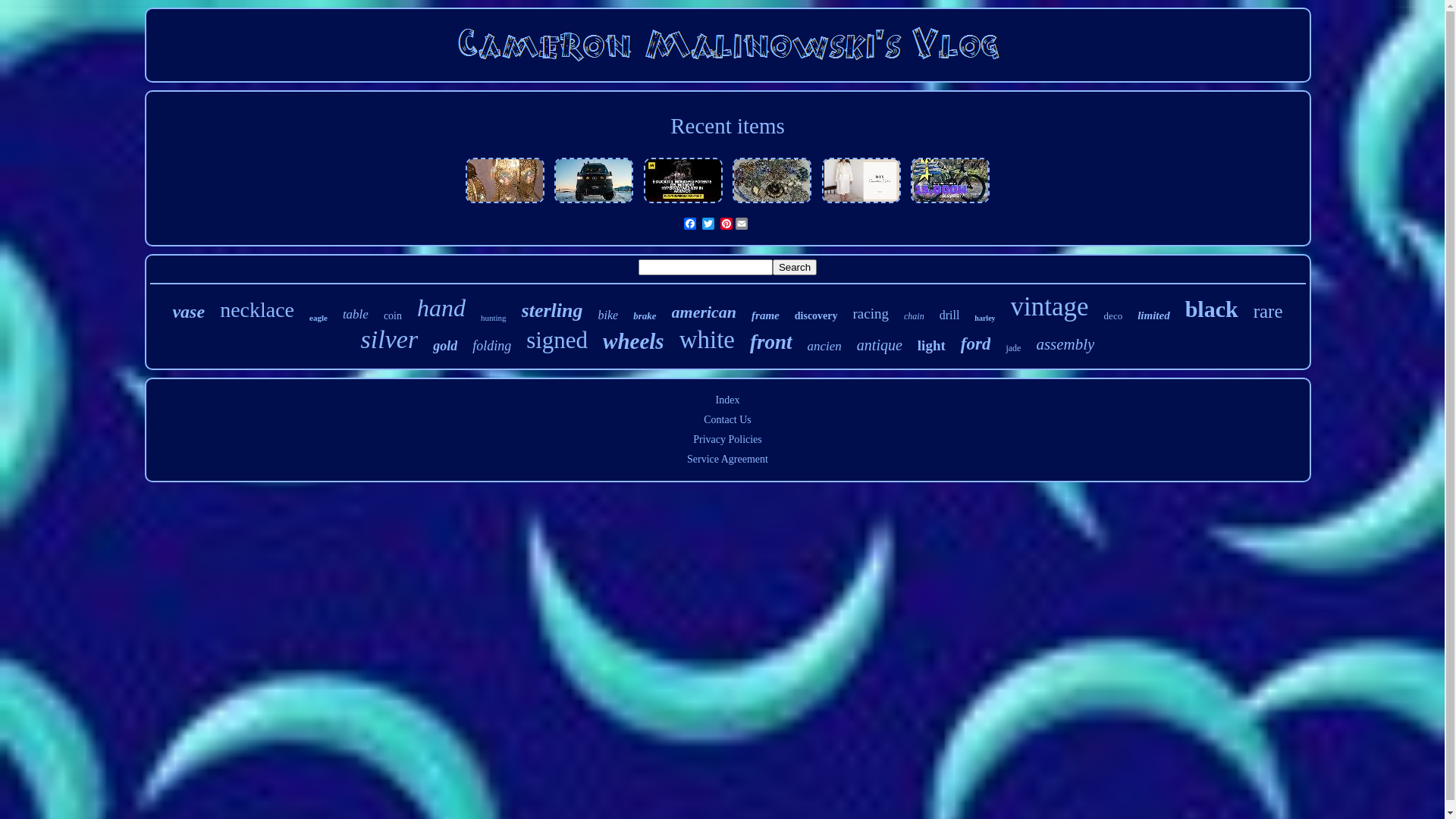 This screenshot has height=819, width=1456. Describe the element at coordinates (726, 124) in the screenshot. I see `'Recent items'` at that location.